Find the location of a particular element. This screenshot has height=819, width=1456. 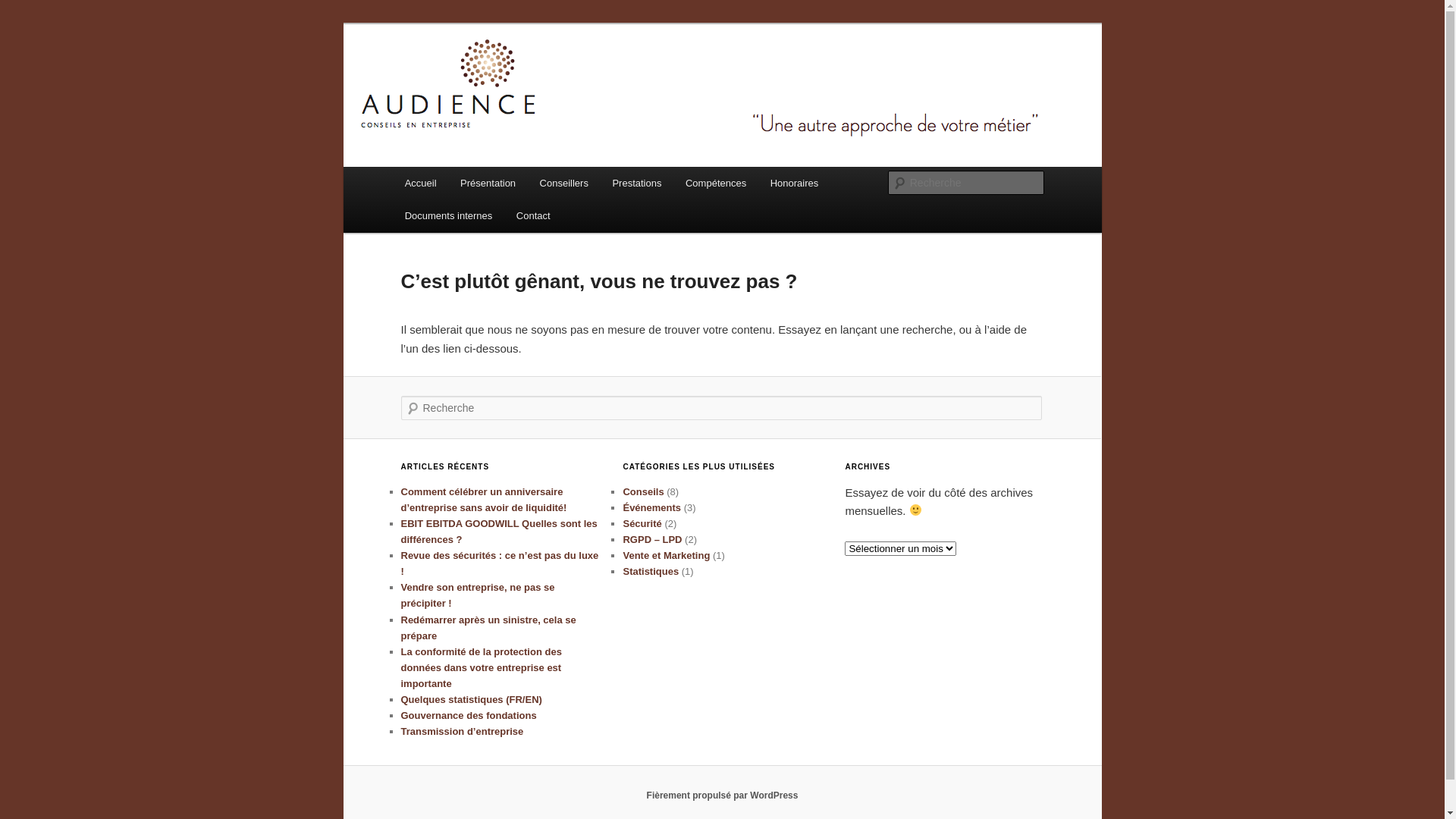

'Prestations' is located at coordinates (600, 182).